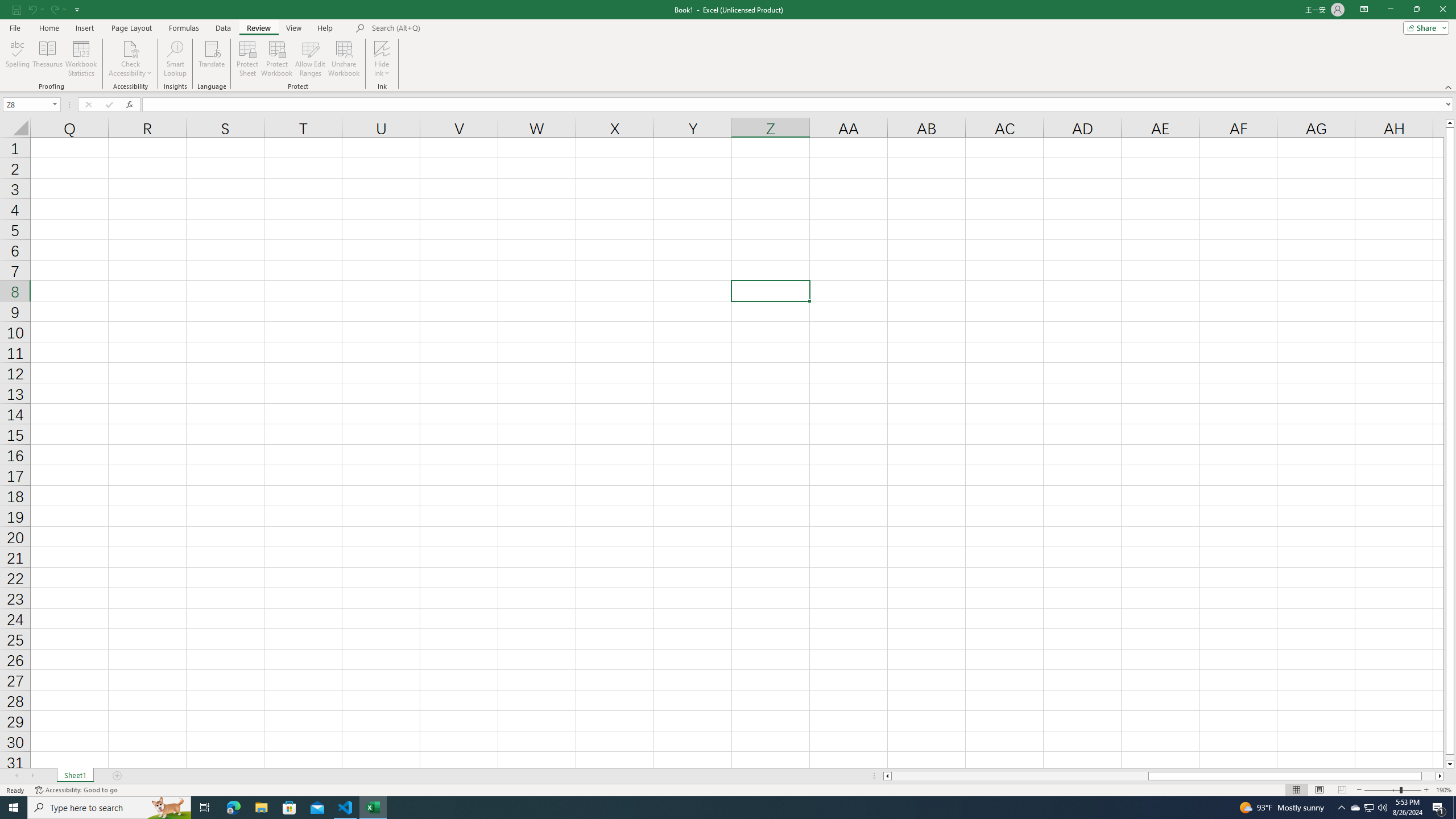 This screenshot has height=819, width=1456. What do you see at coordinates (47, 9) in the screenshot?
I see `'Quick Access Toolbar'` at bounding box center [47, 9].